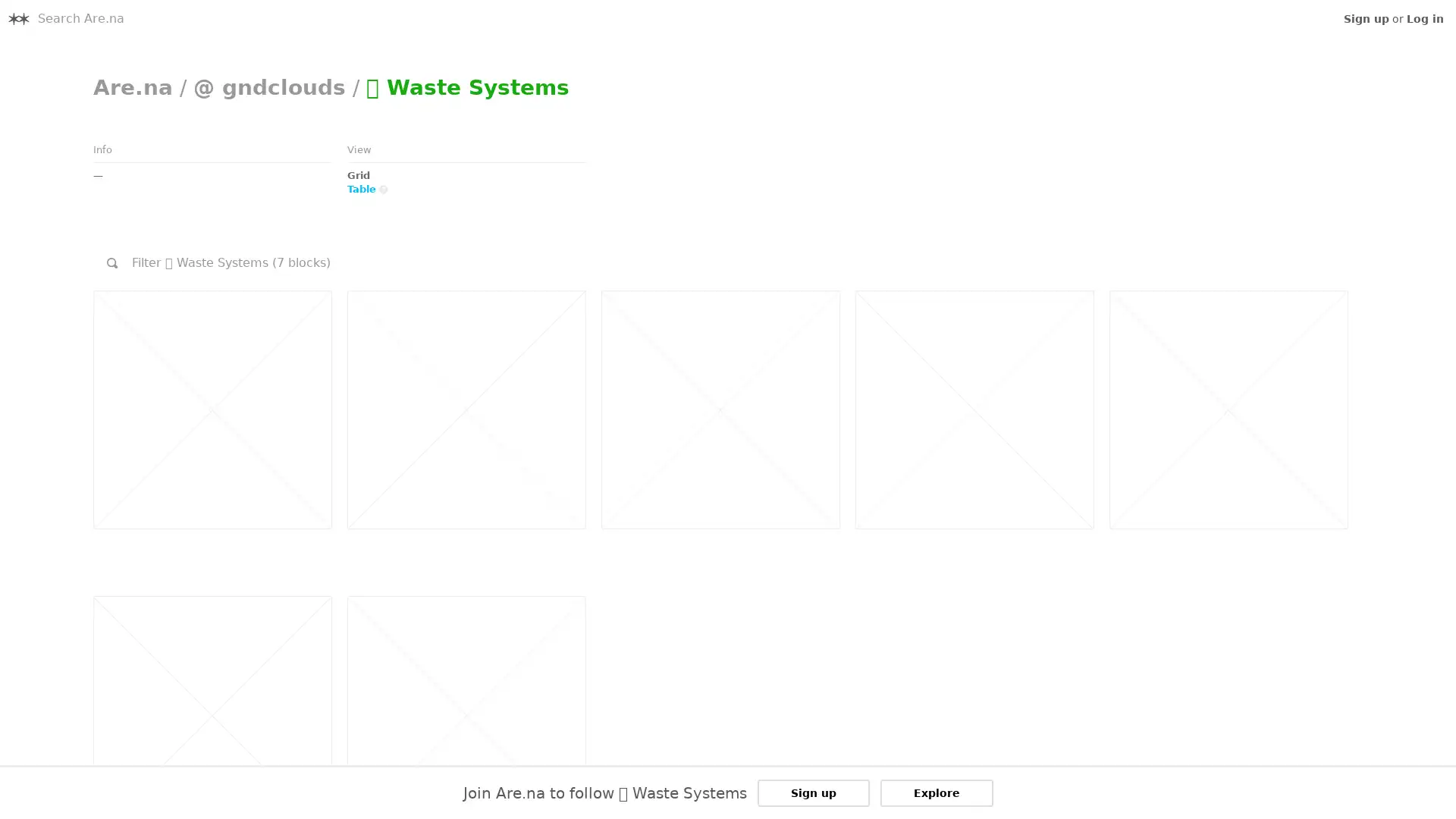 The width and height of the screenshot is (1456, 819). I want to click on Link to Link: This 26-Year-Old Designer Is Recycling Ceramic Waste Into Household Products - Curated By Debarati, so click(465, 409).